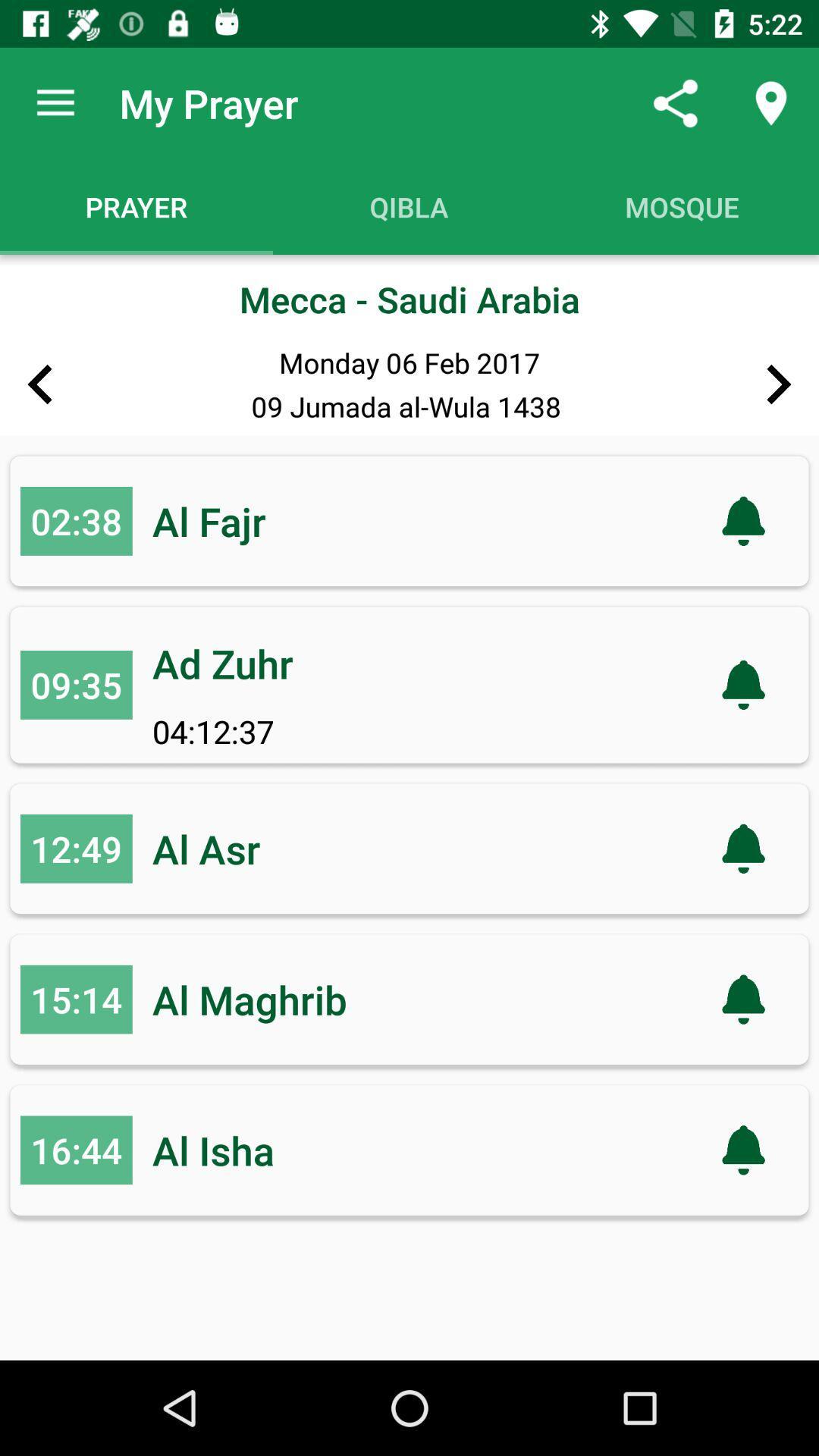  What do you see at coordinates (55, 102) in the screenshot?
I see `app to the left of the my prayer icon` at bounding box center [55, 102].